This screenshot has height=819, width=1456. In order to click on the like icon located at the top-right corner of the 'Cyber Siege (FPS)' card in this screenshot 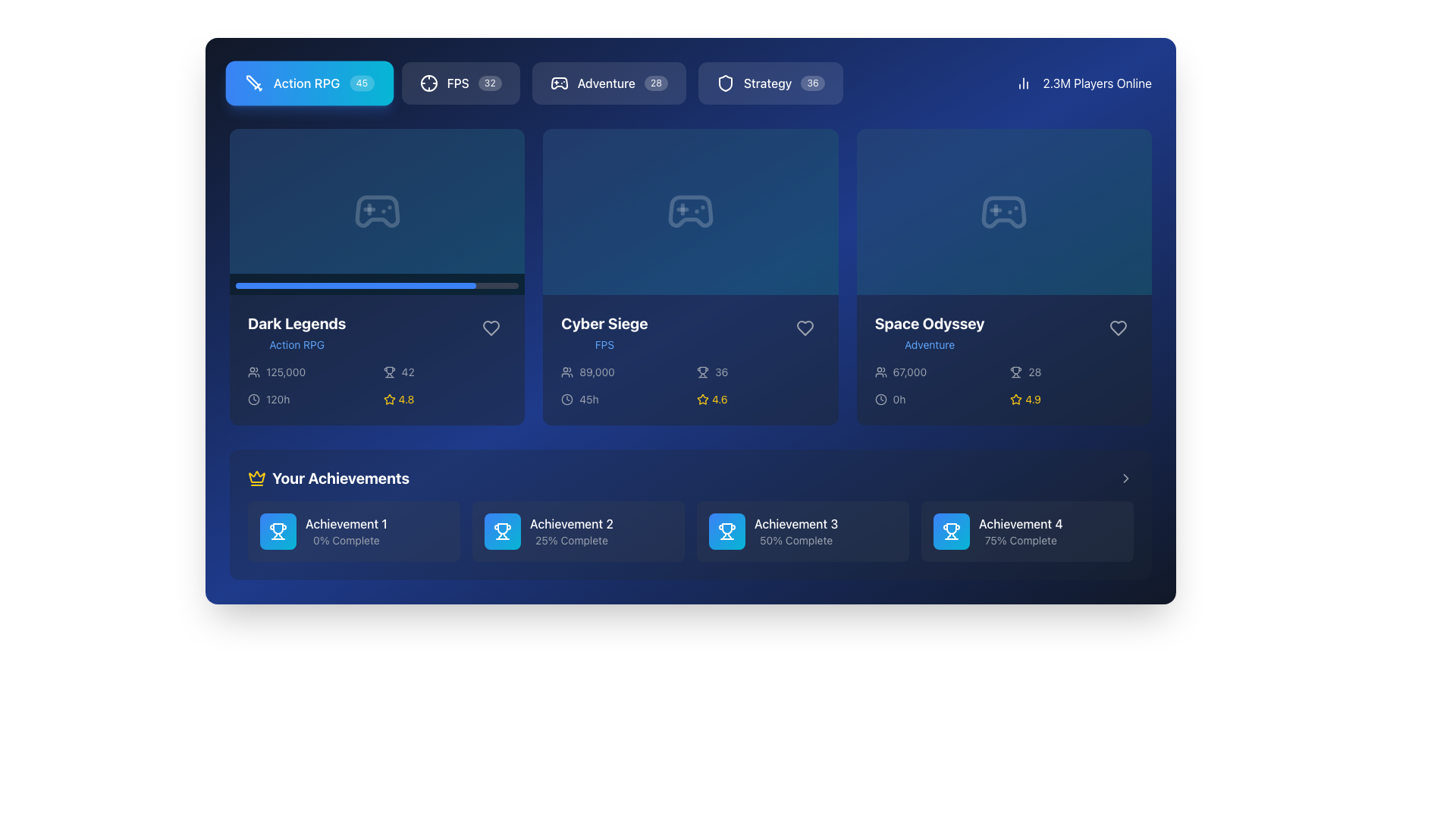, I will do `click(804, 327)`.